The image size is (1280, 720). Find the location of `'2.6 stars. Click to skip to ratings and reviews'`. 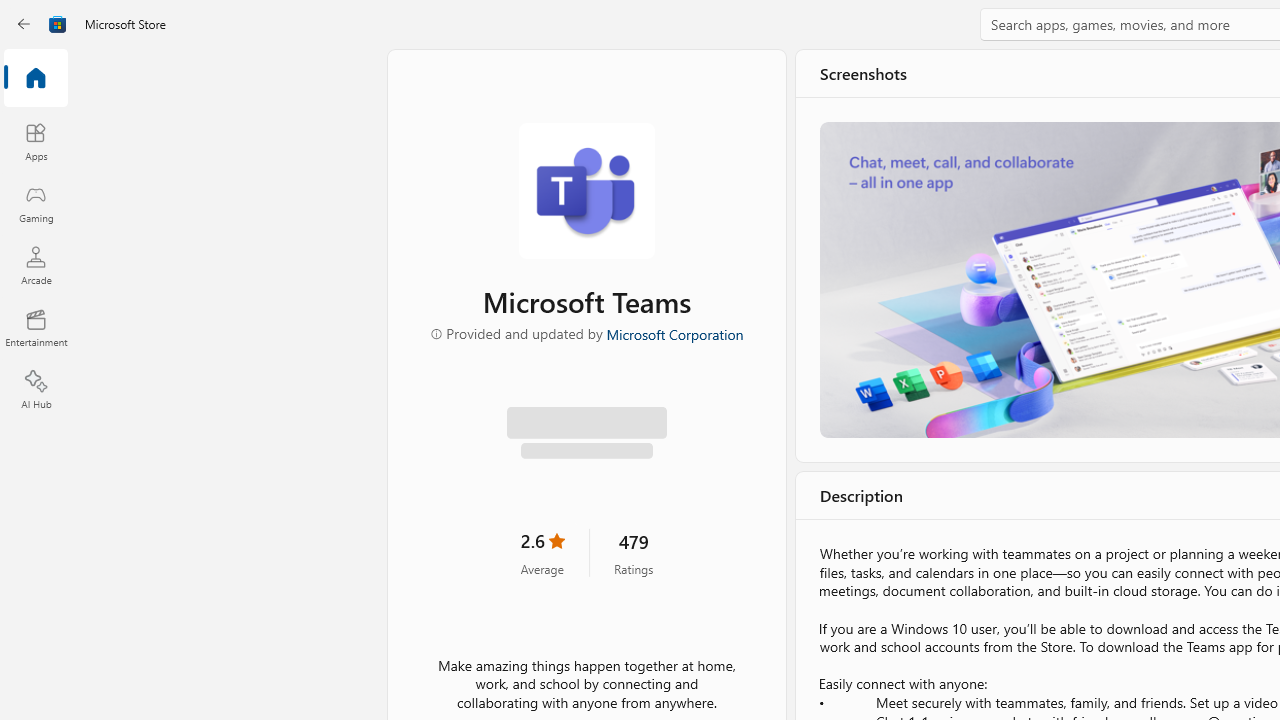

'2.6 stars. Click to skip to ratings and reviews' is located at coordinates (542, 551).